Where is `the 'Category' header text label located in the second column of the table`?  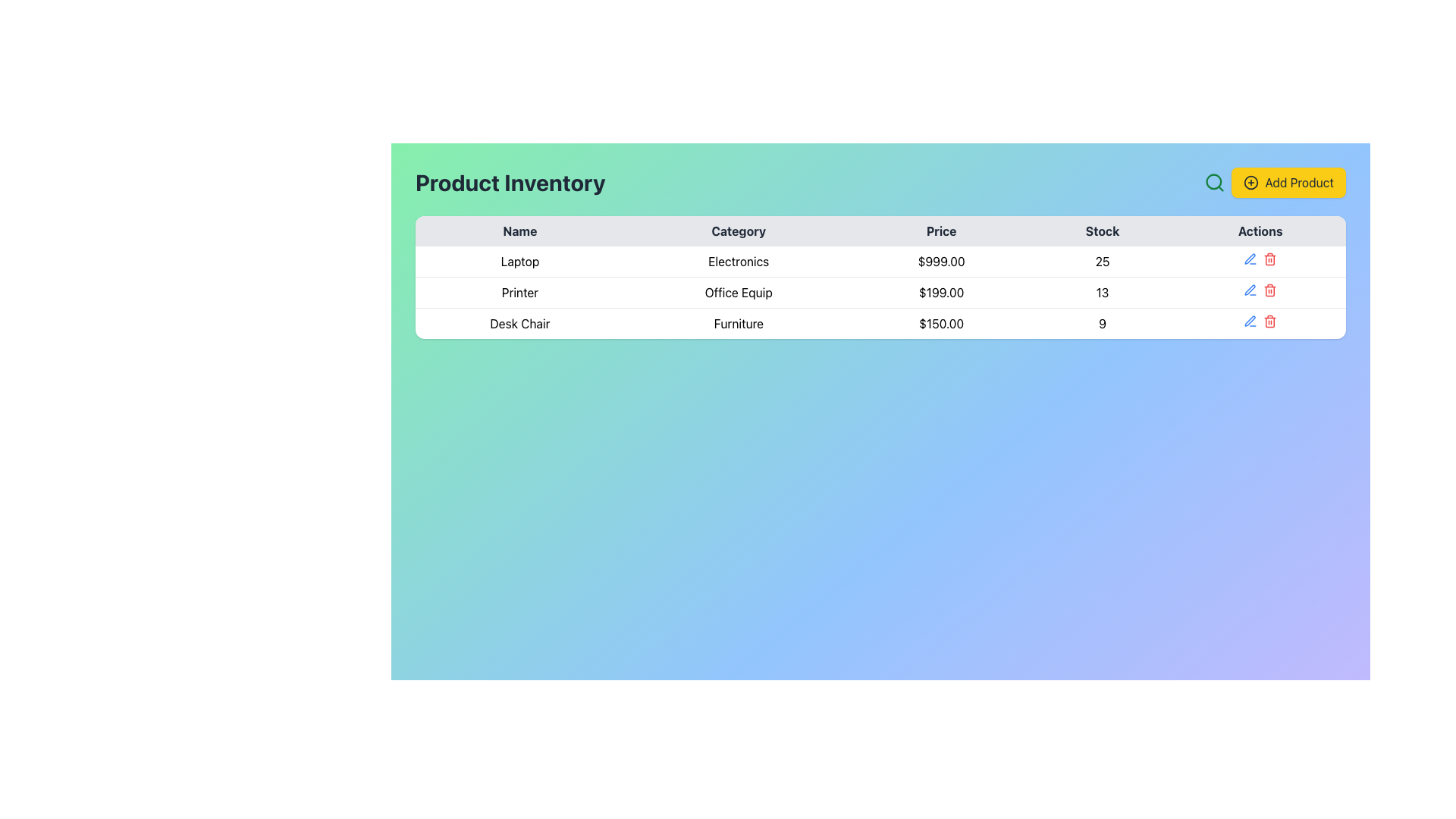 the 'Category' header text label located in the second column of the table is located at coordinates (739, 231).